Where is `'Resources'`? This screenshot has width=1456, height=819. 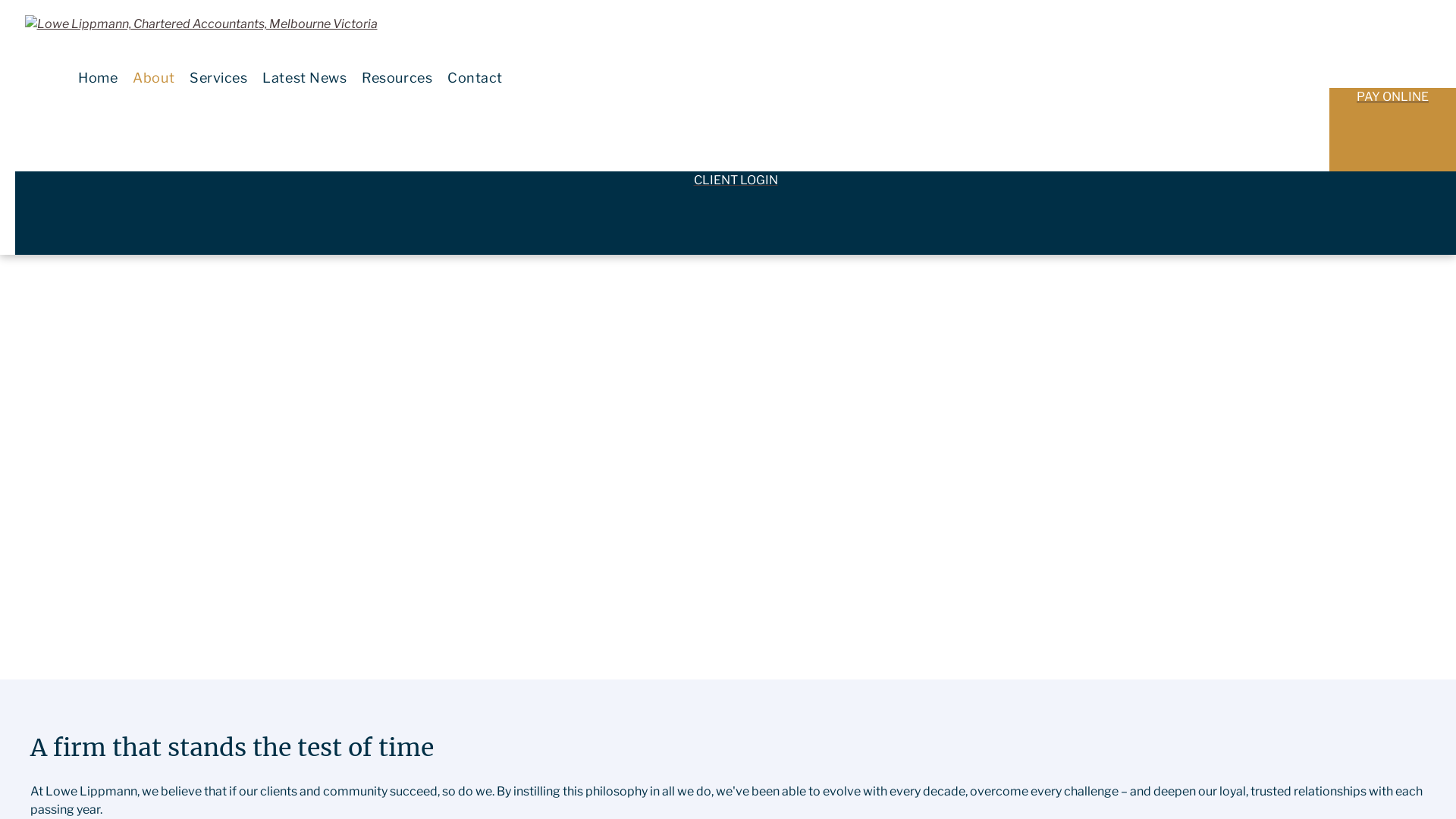 'Resources' is located at coordinates (397, 77).